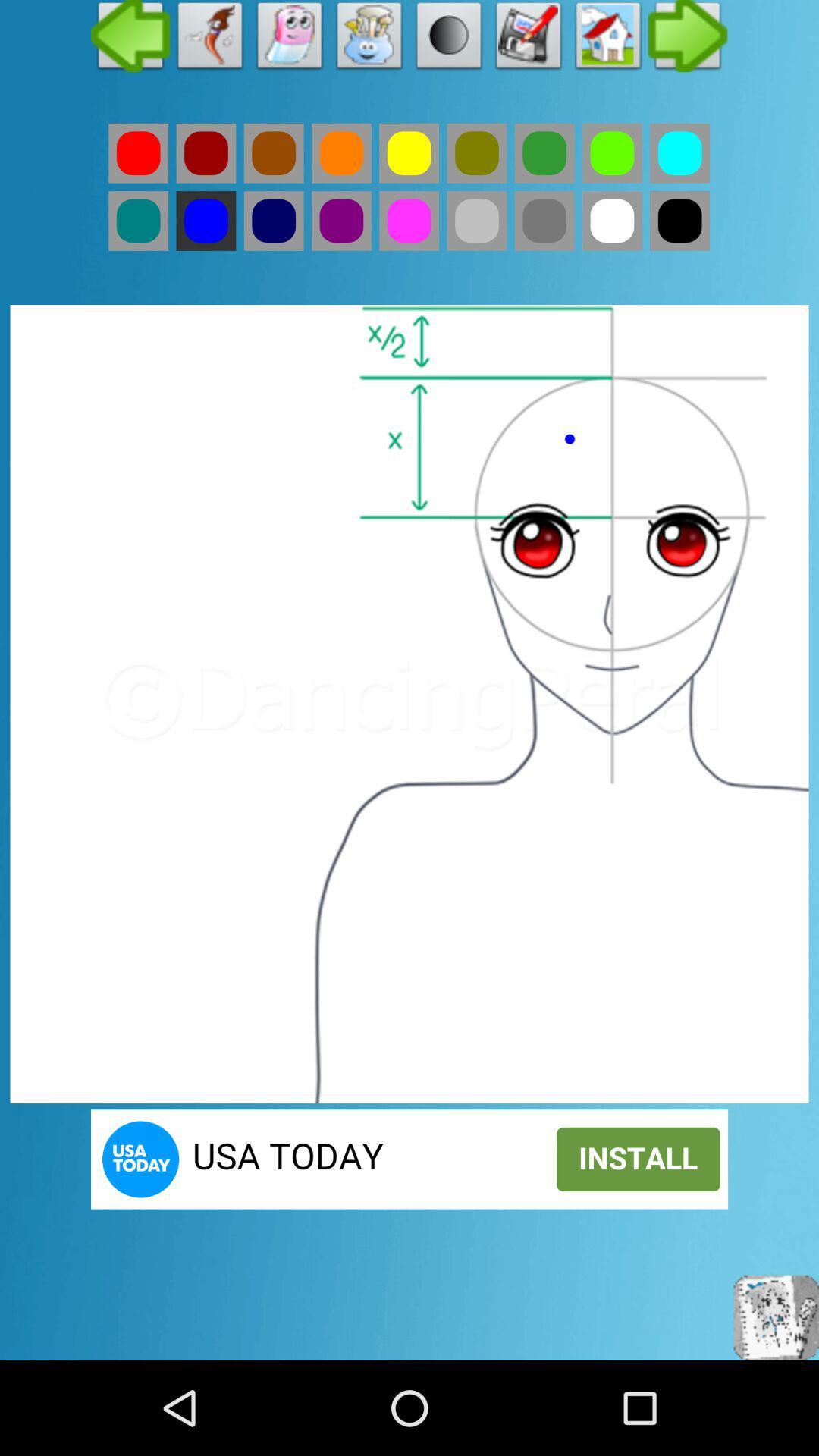 Image resolution: width=819 pixels, height=1456 pixels. What do you see at coordinates (409, 1158) in the screenshot?
I see `for the adversiment` at bounding box center [409, 1158].